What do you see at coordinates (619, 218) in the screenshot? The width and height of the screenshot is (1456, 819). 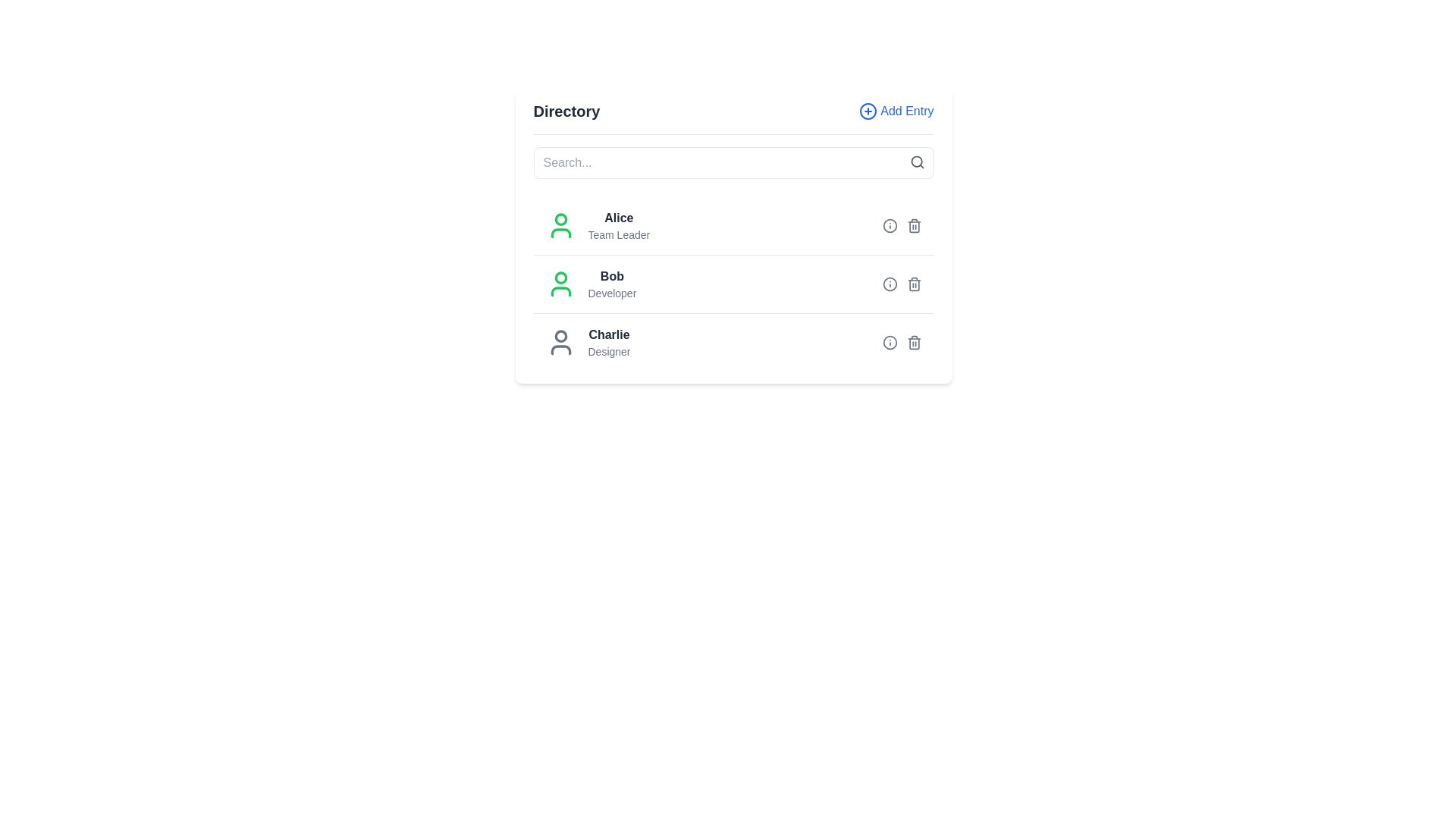 I see `the text label displaying the name 'Alice', which is bold and black, located next to a green user profile icon and above the smaller text 'Team Leader'` at bounding box center [619, 218].